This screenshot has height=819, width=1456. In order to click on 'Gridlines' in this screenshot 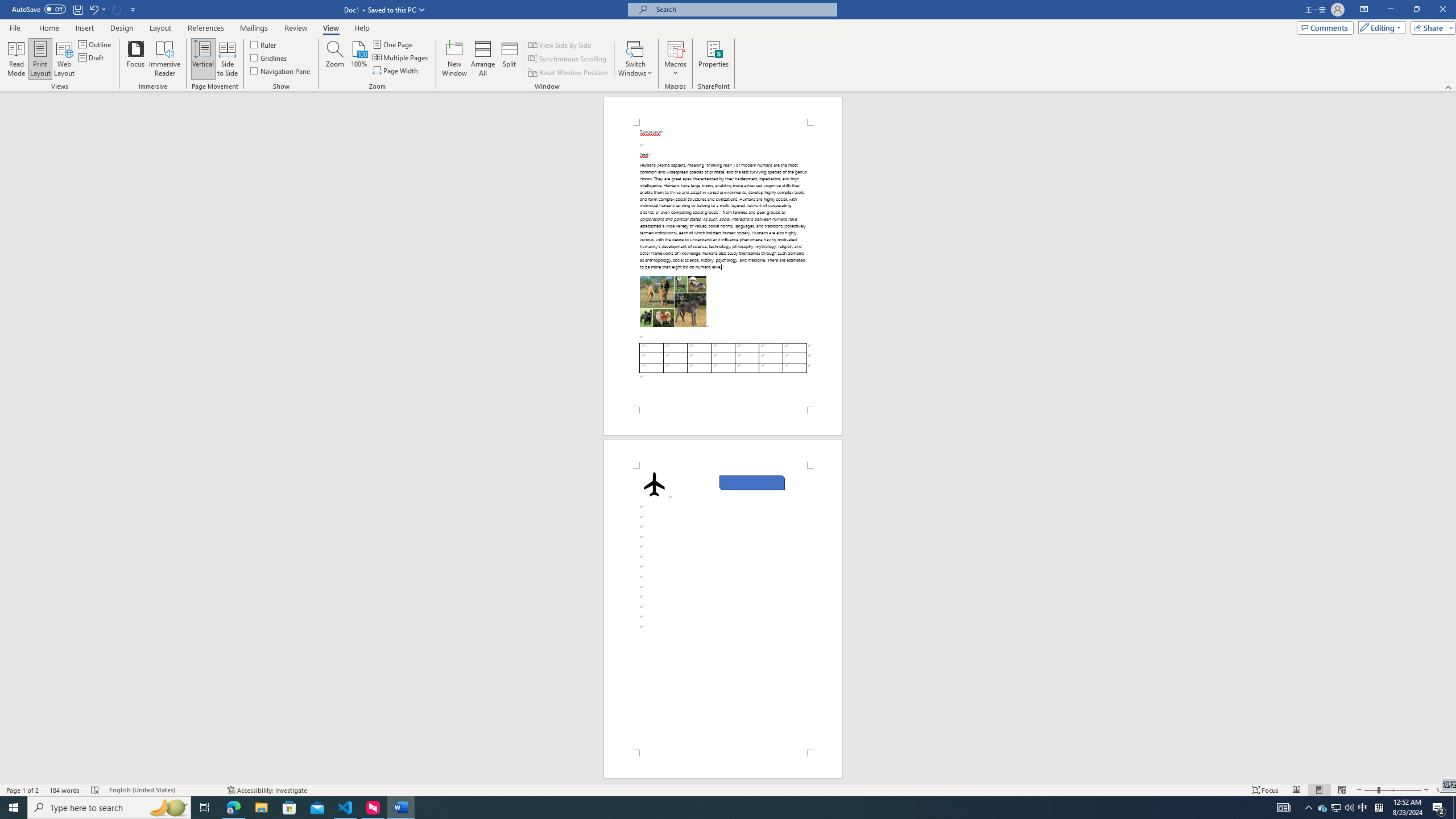, I will do `click(269, 56)`.